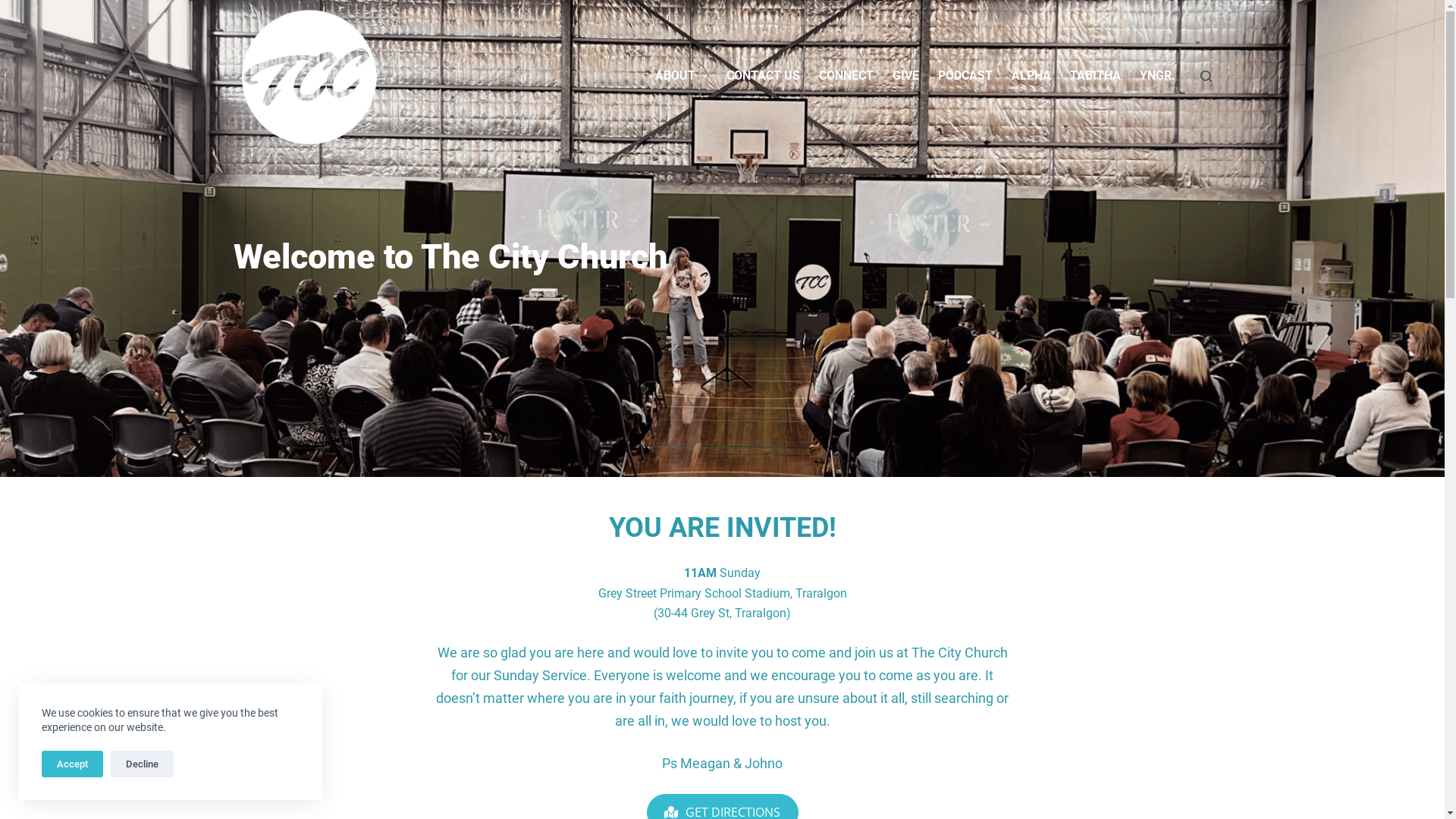 The width and height of the screenshot is (1456, 819). I want to click on 'YNGR.', so click(1129, 76).